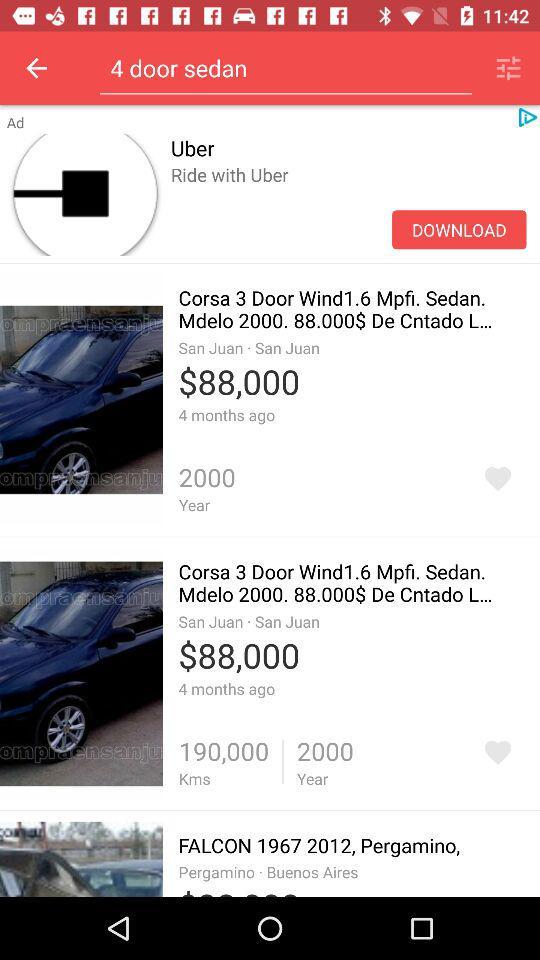 The width and height of the screenshot is (540, 960). What do you see at coordinates (459, 229) in the screenshot?
I see `icon above corsa 3 door item` at bounding box center [459, 229].